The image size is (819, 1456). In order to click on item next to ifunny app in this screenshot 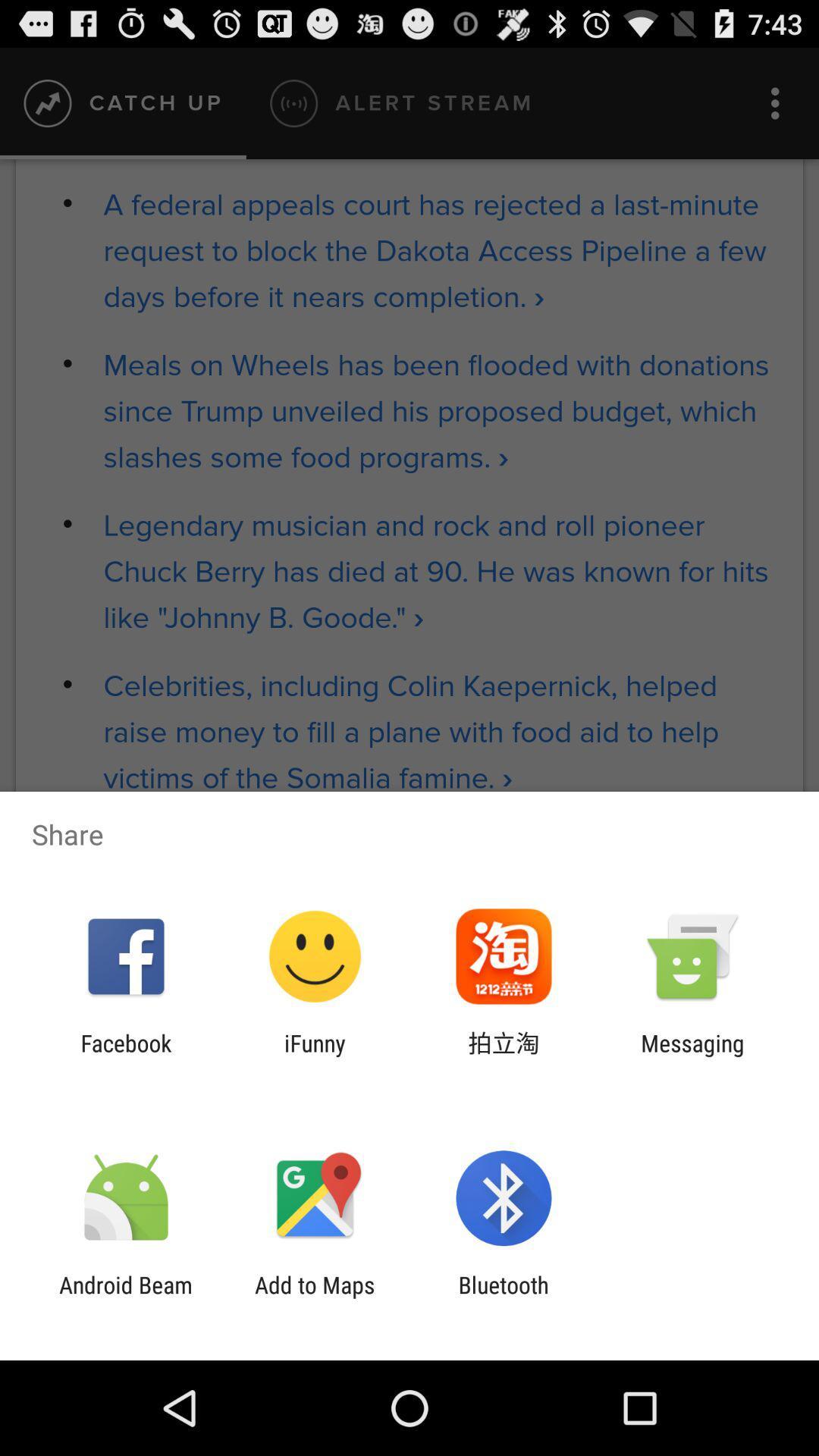, I will do `click(504, 1056)`.